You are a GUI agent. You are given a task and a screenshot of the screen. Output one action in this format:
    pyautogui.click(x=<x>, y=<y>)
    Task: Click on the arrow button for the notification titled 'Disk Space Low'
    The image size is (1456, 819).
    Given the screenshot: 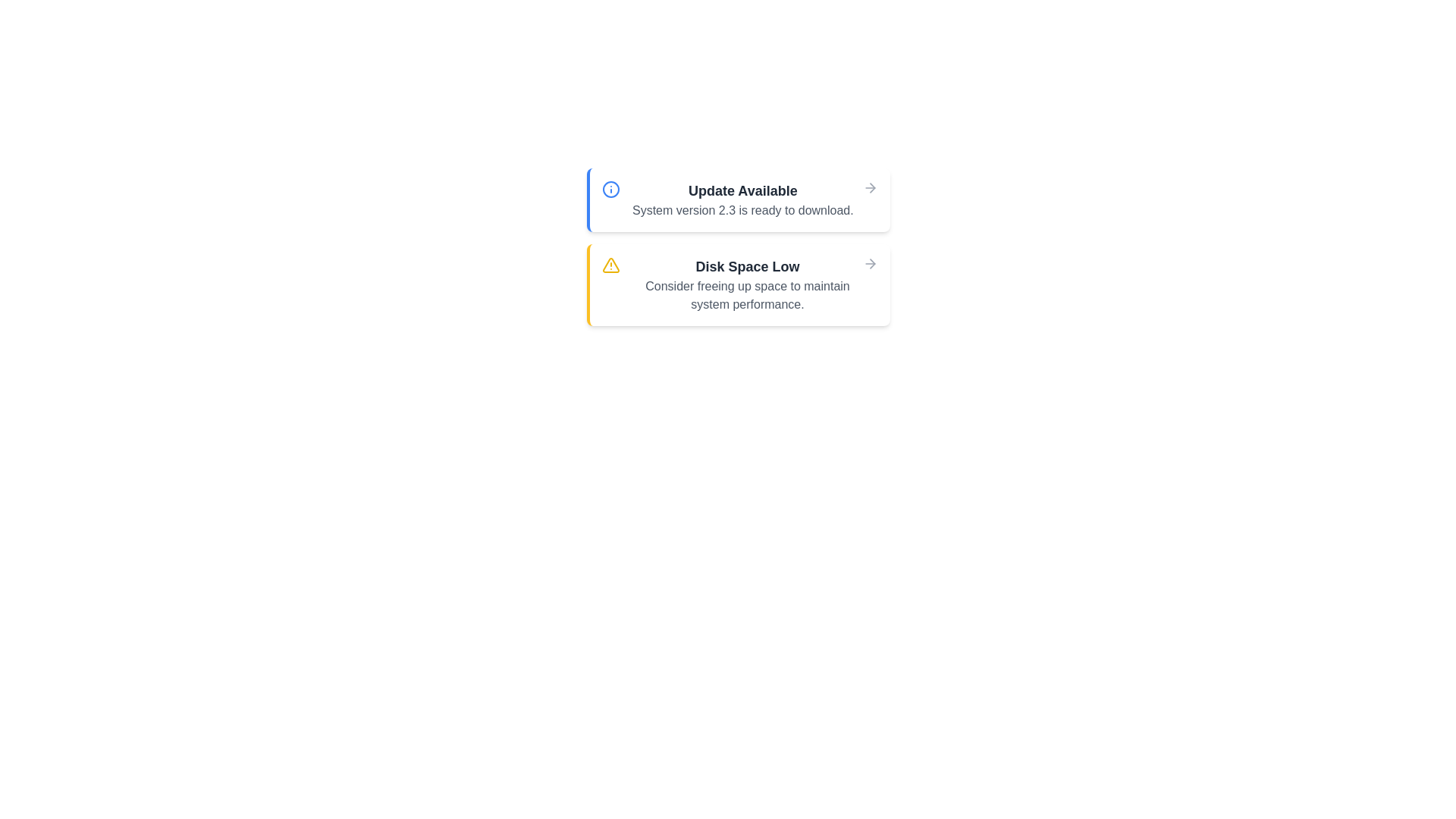 What is the action you would take?
    pyautogui.click(x=870, y=262)
    